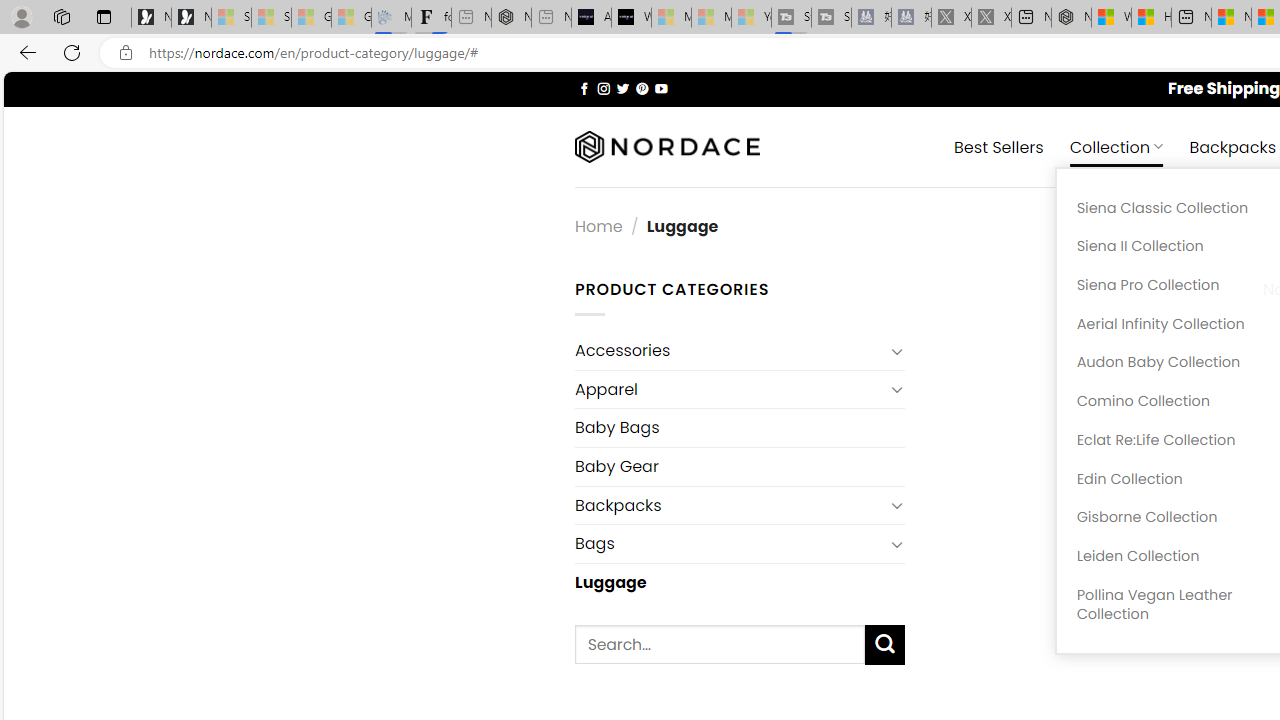 This screenshot has height=720, width=1280. I want to click on 'Home', so click(598, 226).